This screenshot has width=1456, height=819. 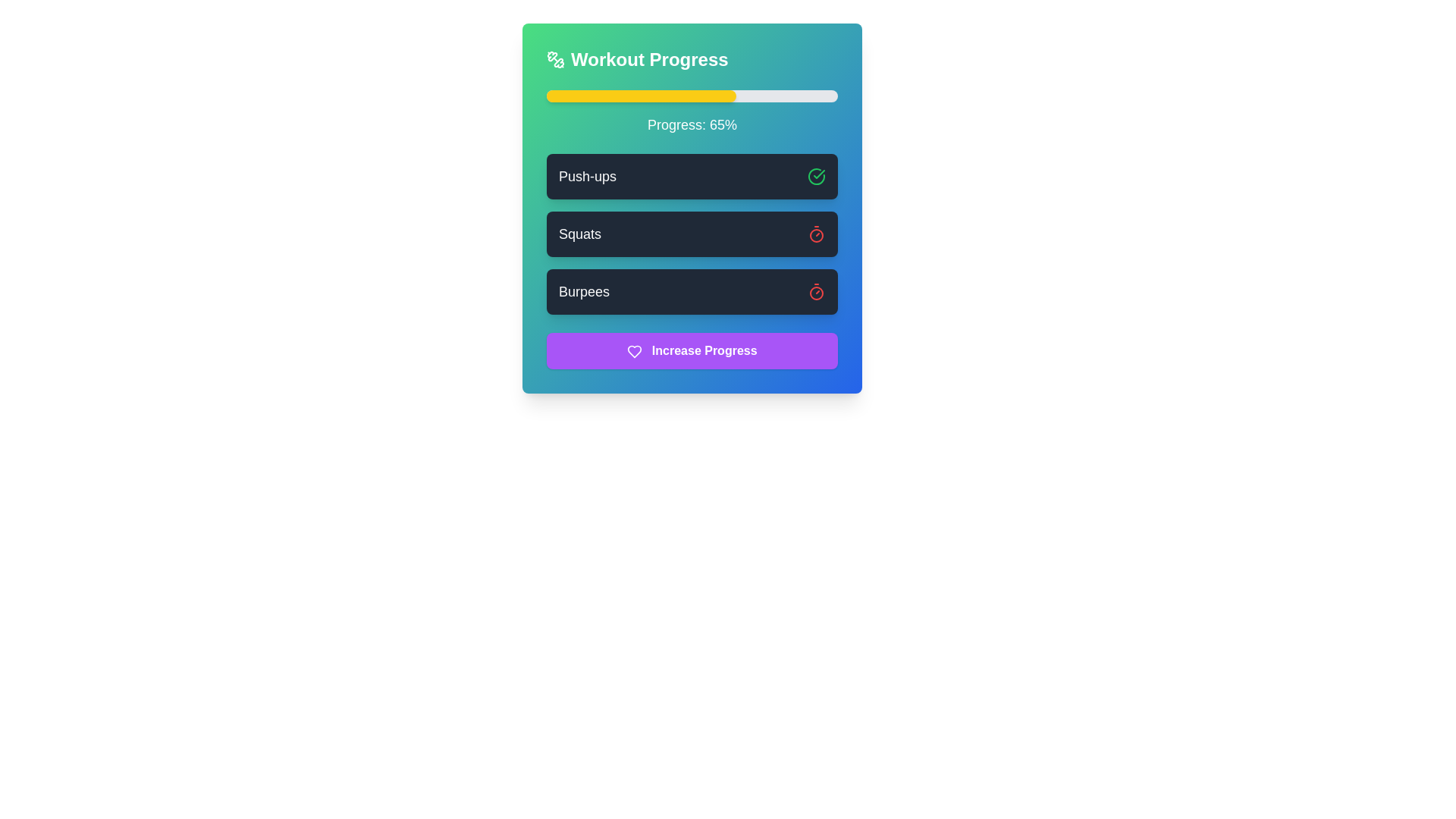 What do you see at coordinates (815, 292) in the screenshot?
I see `the timing or progress icon related to the 'Burpees' item, located to the right side of the 'Burpees' text label` at bounding box center [815, 292].